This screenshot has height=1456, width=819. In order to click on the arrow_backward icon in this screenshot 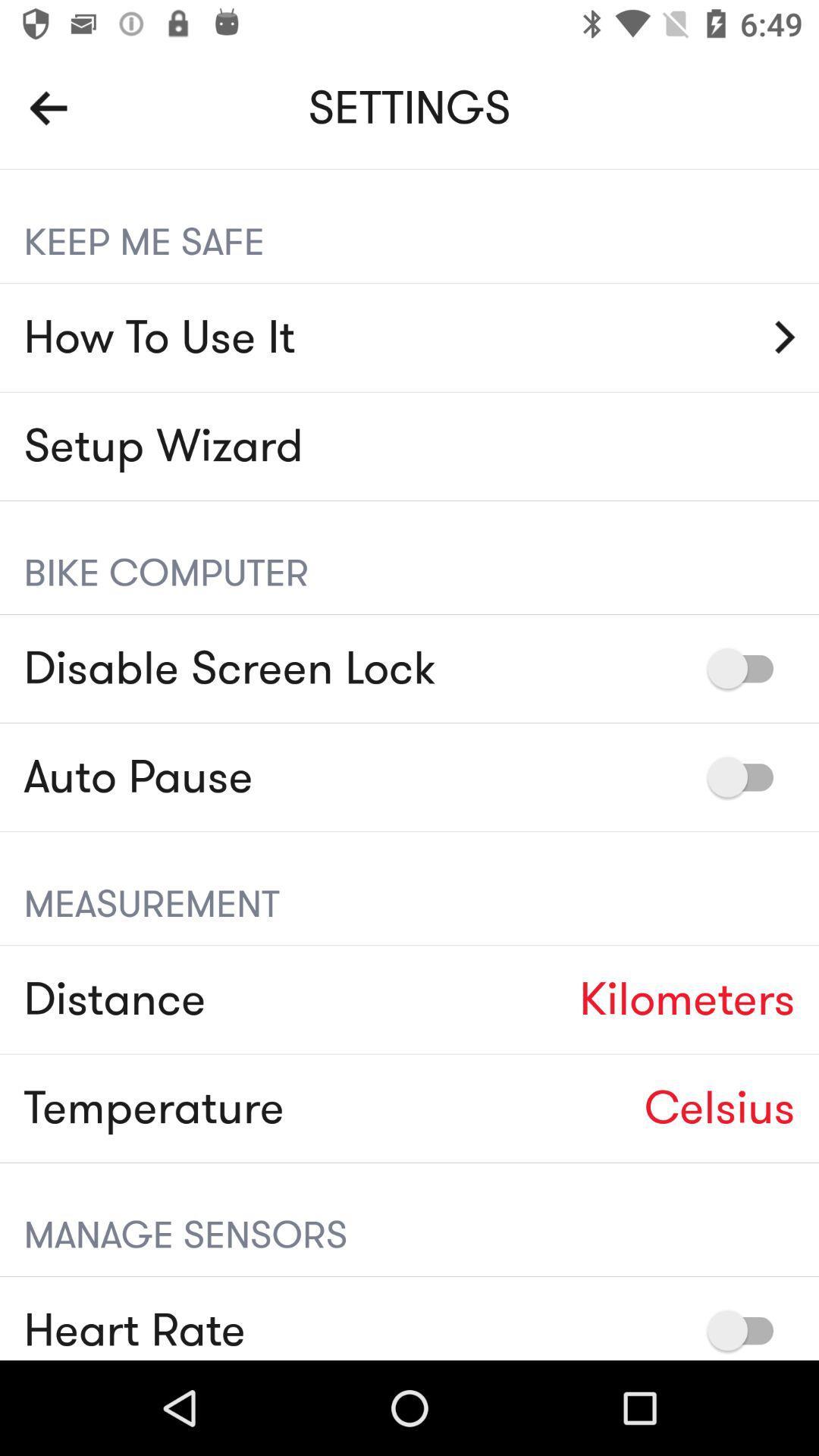, I will do `click(48, 107)`.